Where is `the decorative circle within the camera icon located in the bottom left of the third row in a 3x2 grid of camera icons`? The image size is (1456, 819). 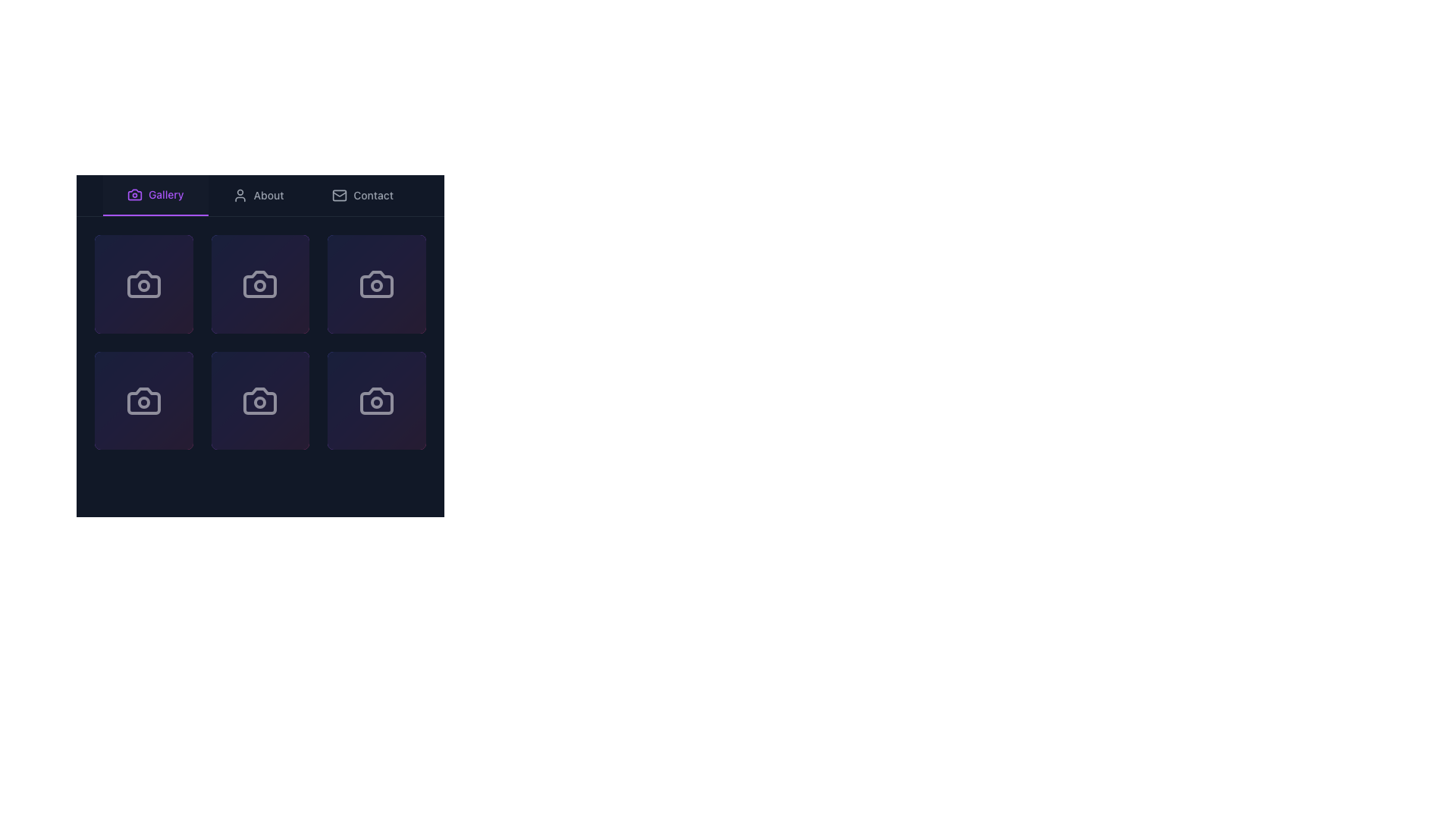
the decorative circle within the camera icon located in the bottom left of the third row in a 3x2 grid of camera icons is located at coordinates (143, 401).